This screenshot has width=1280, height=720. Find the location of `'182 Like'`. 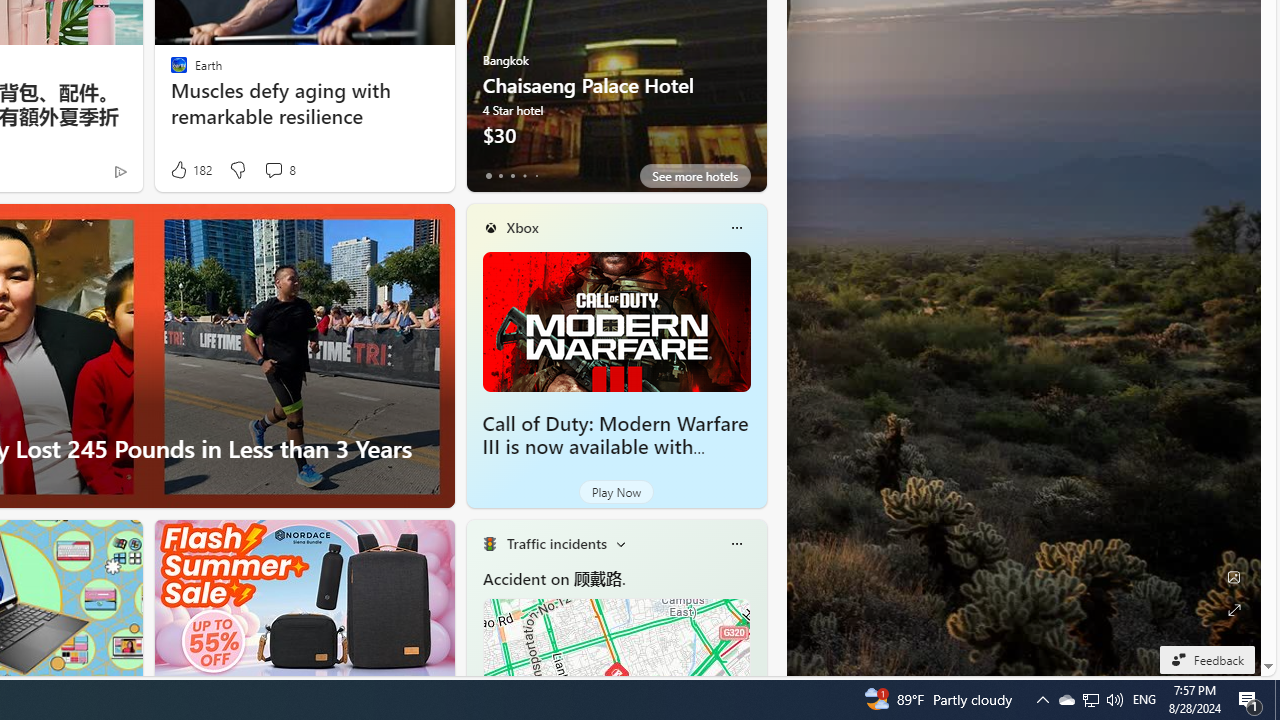

'182 Like' is located at coordinates (190, 169).